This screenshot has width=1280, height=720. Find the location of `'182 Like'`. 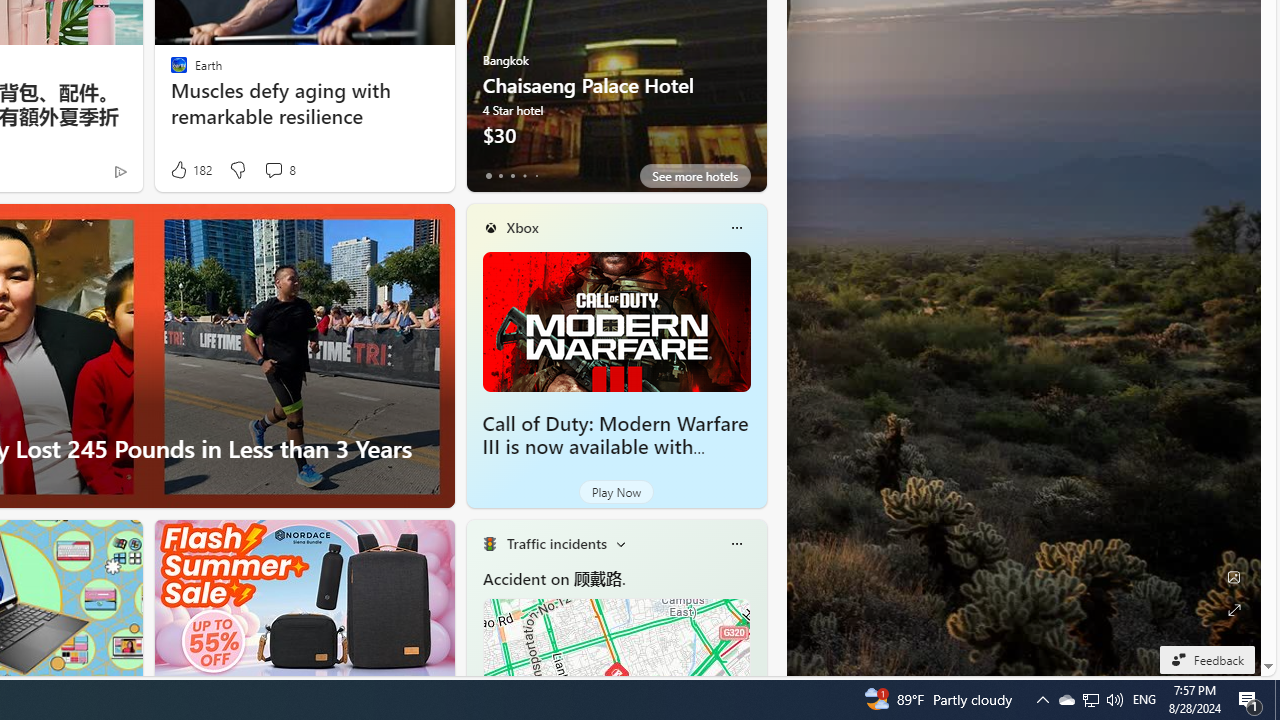

'182 Like' is located at coordinates (190, 169).